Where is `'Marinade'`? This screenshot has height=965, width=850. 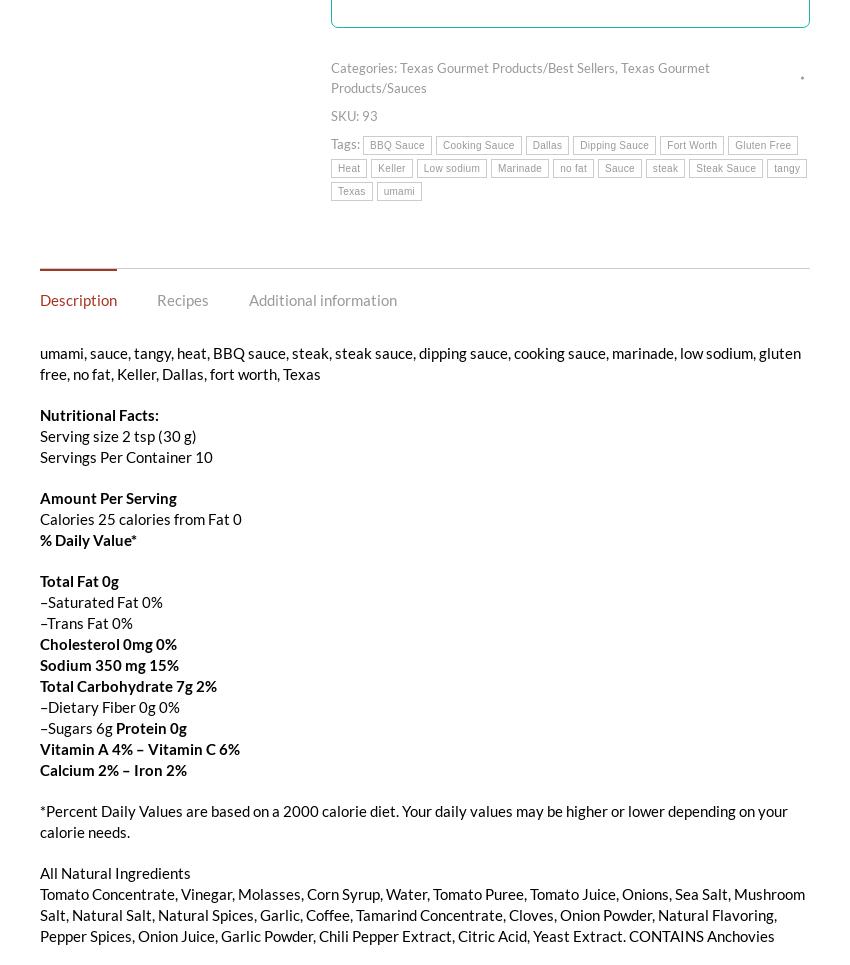 'Marinade' is located at coordinates (519, 166).